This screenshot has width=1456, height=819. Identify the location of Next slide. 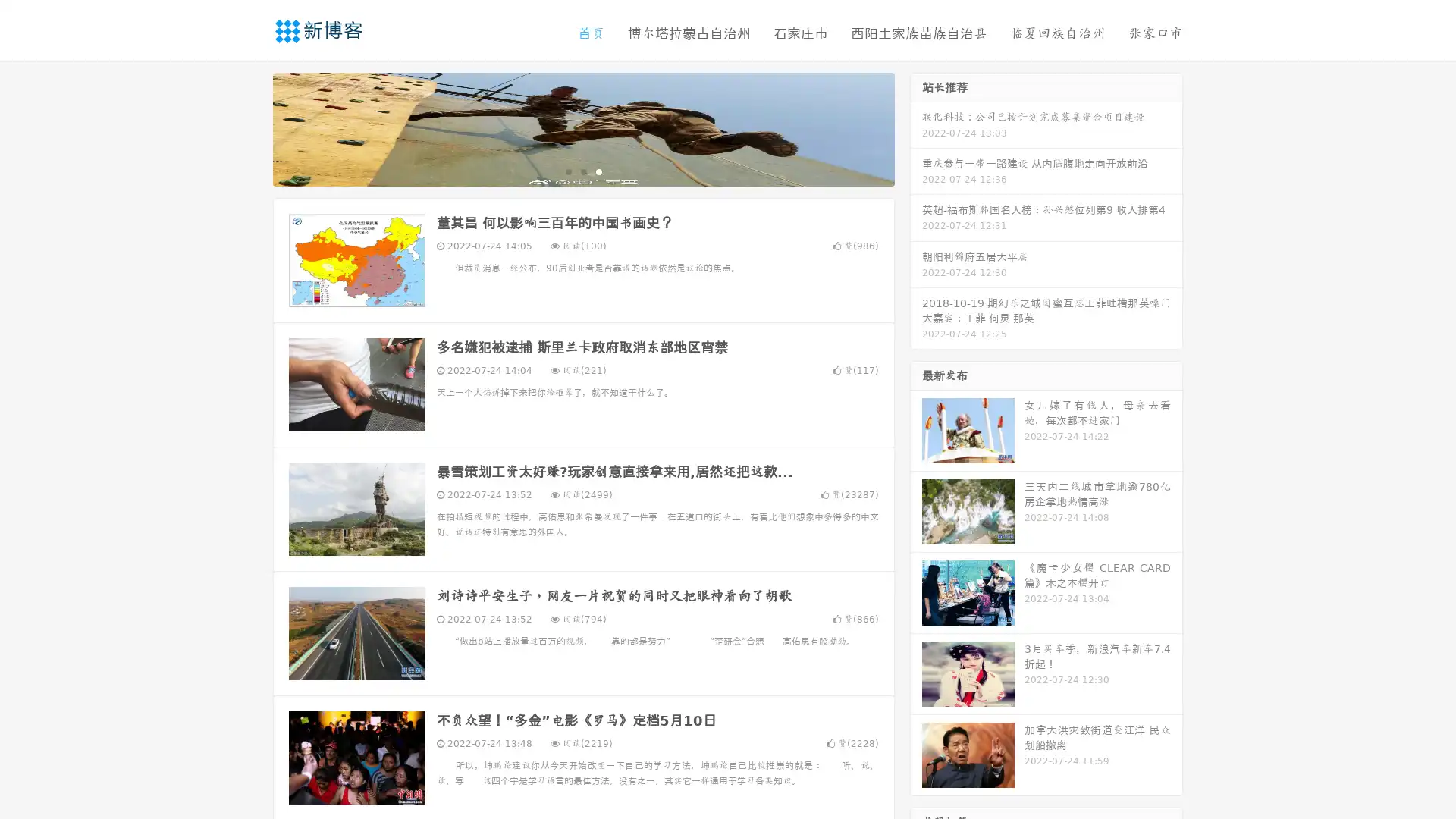
(916, 127).